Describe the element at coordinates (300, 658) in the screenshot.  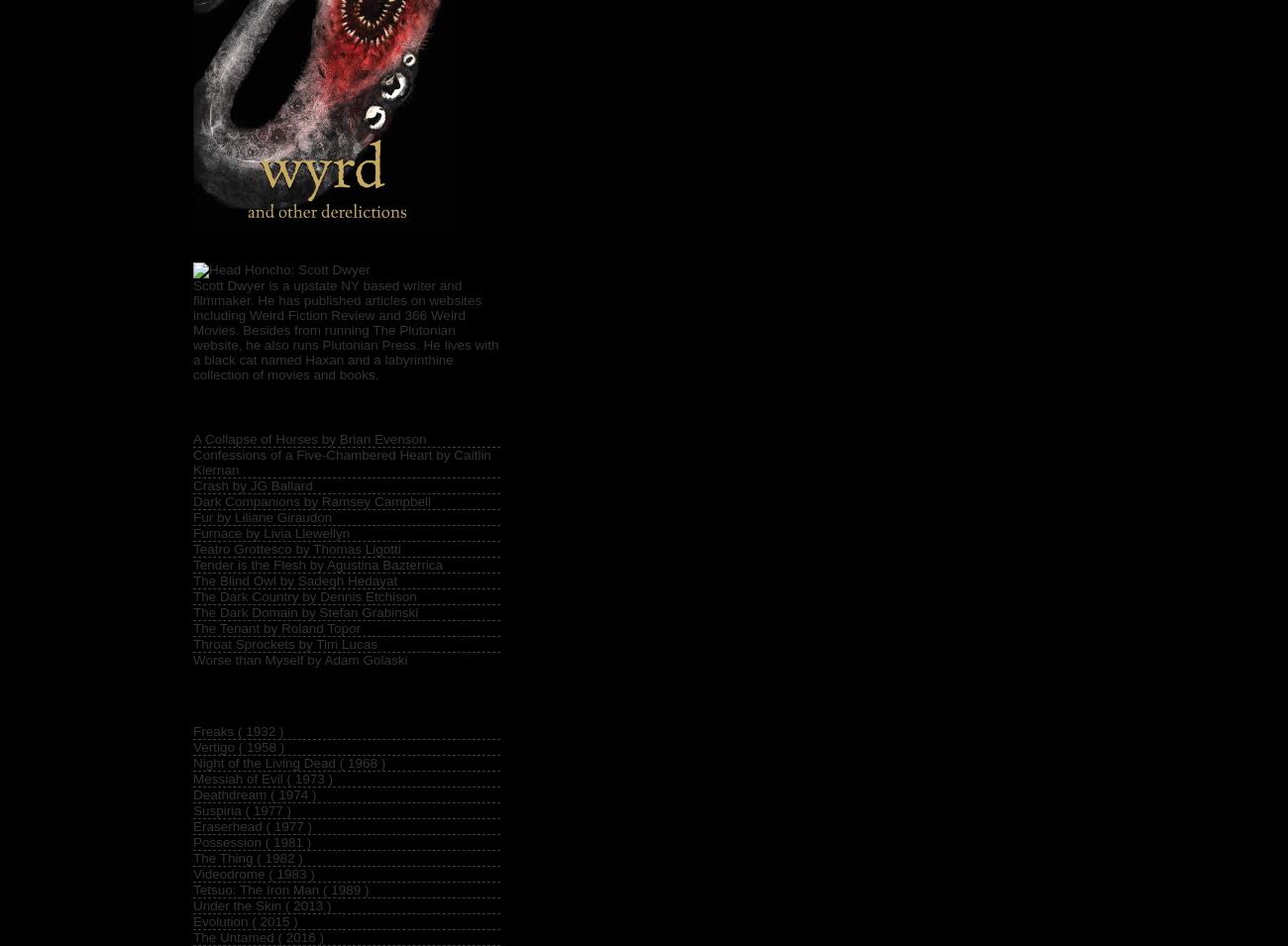
I see `'Worse than Myself by Adam Golaski'` at that location.